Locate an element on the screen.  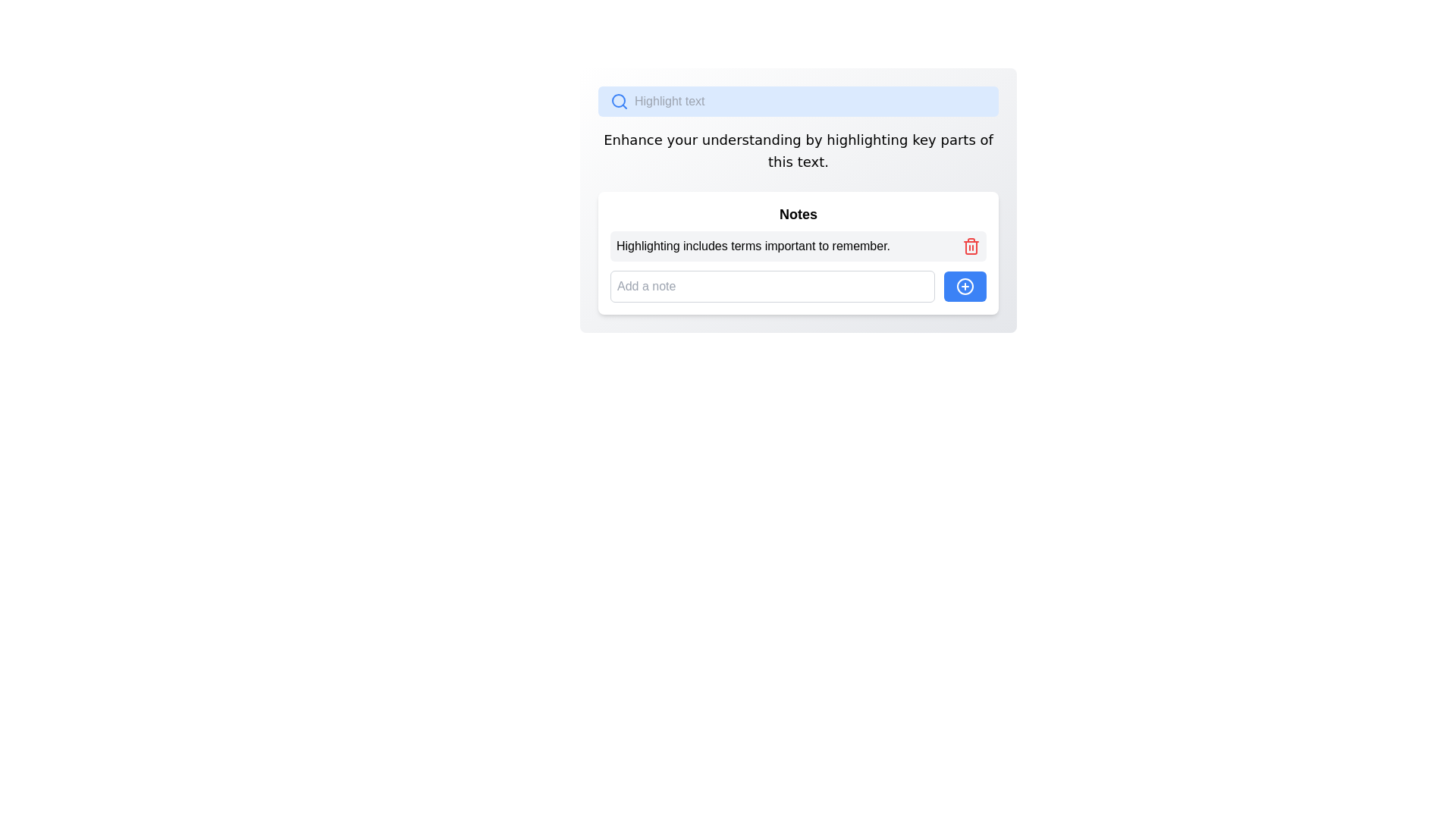
the text element that is part of the phrase 'Enhance your understanding by highlighting key parts of this text' is located at coordinates (824, 140).